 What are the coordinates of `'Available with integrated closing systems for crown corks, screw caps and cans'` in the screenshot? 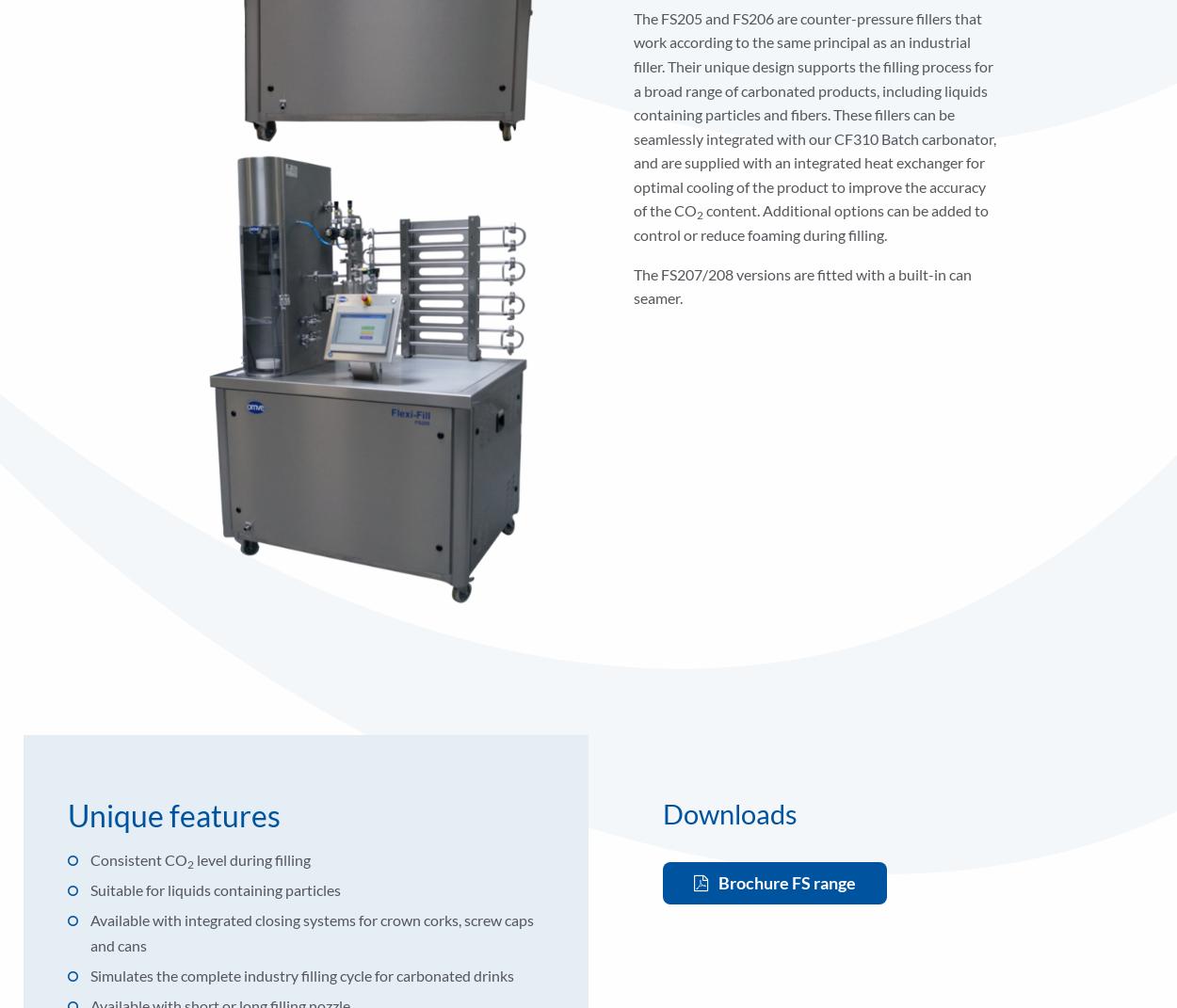 It's located at (311, 931).